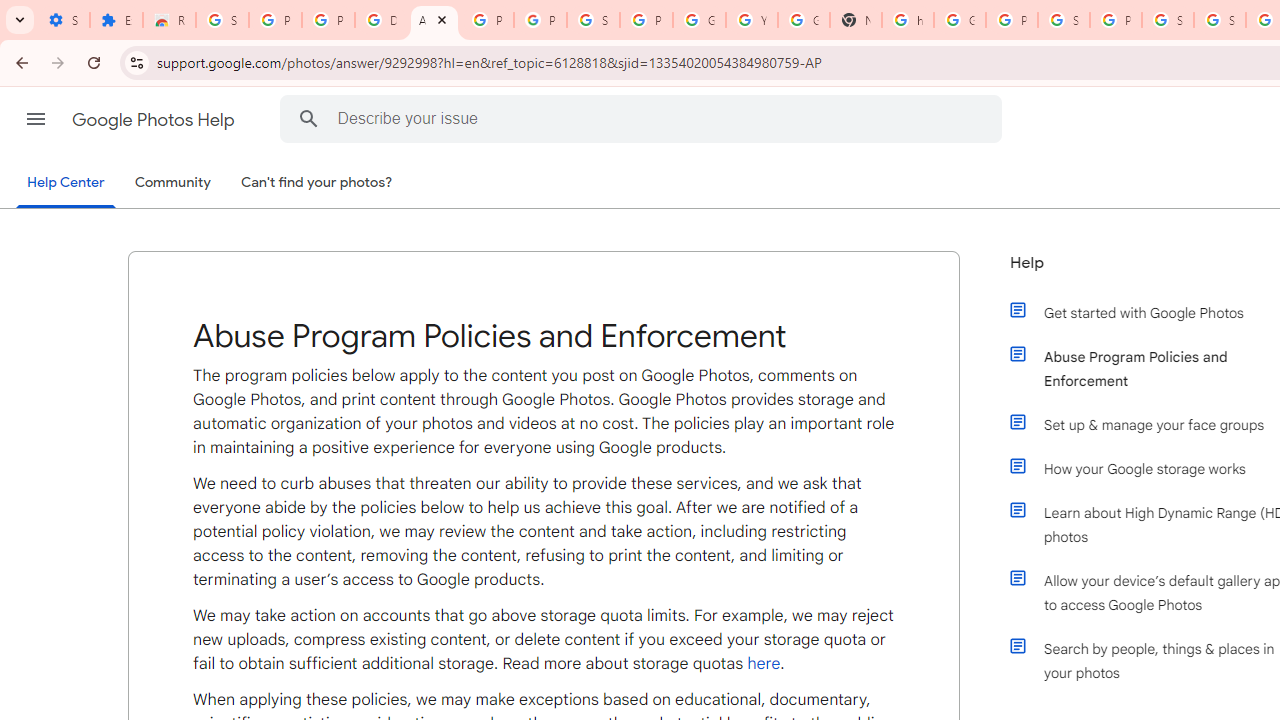  Describe the element at coordinates (751, 20) in the screenshot. I see `'YouTube'` at that location.